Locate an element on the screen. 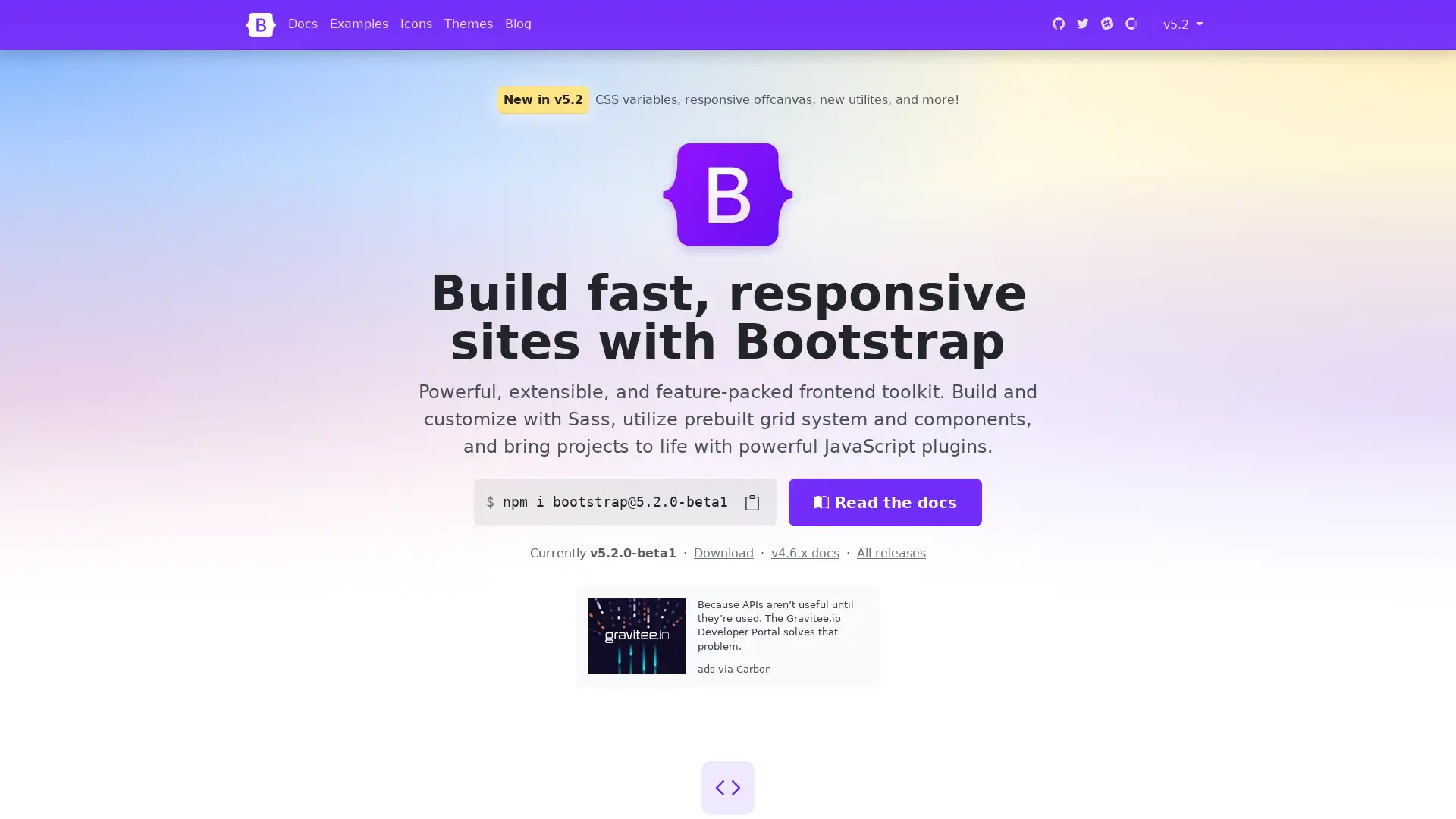  Copy is located at coordinates (752, 501).